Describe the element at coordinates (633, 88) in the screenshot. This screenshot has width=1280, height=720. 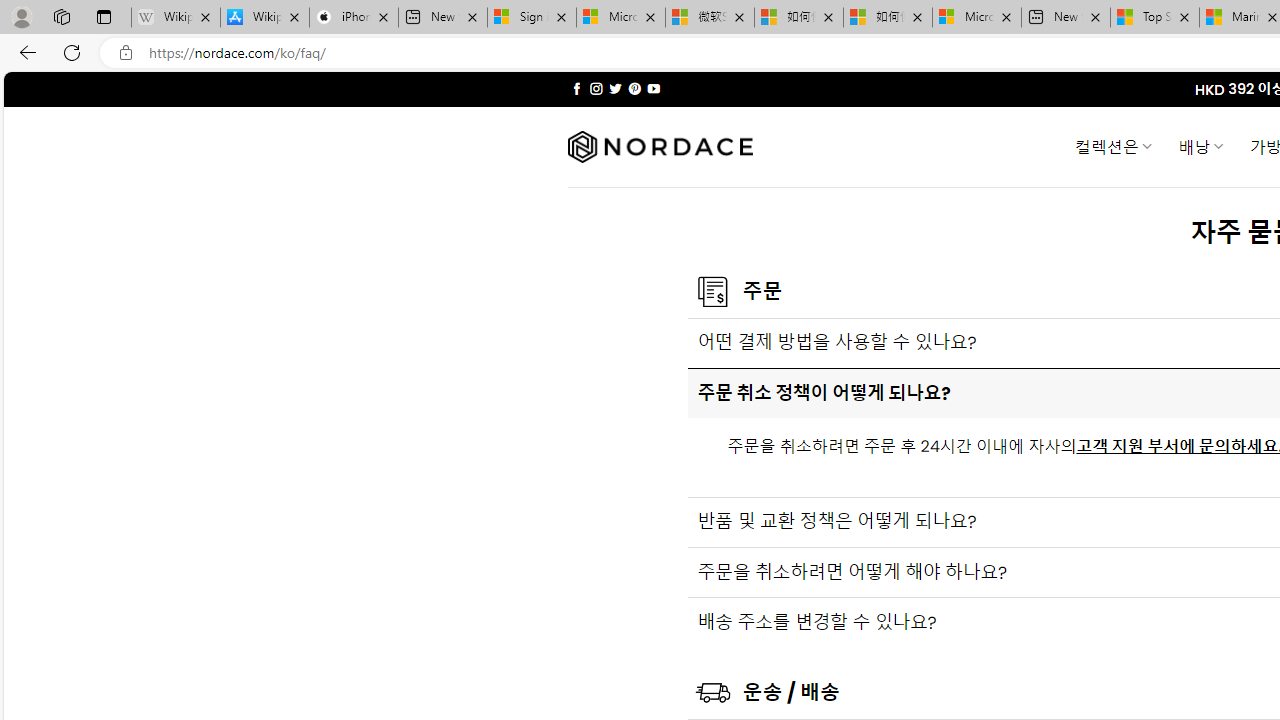
I see `'Follow on Pinterest'` at that location.